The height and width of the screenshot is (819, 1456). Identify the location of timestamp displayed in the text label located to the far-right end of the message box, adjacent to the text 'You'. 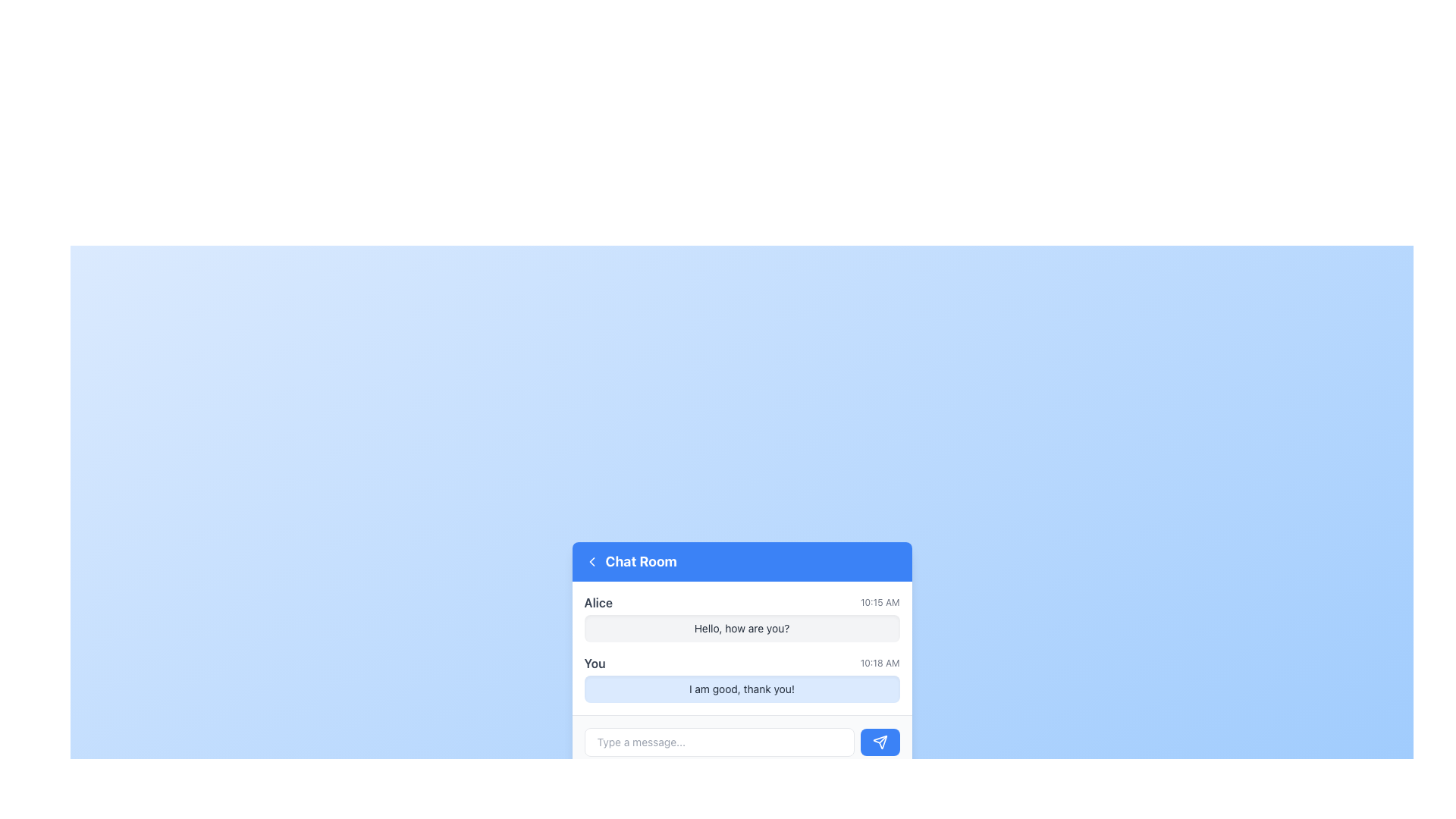
(880, 662).